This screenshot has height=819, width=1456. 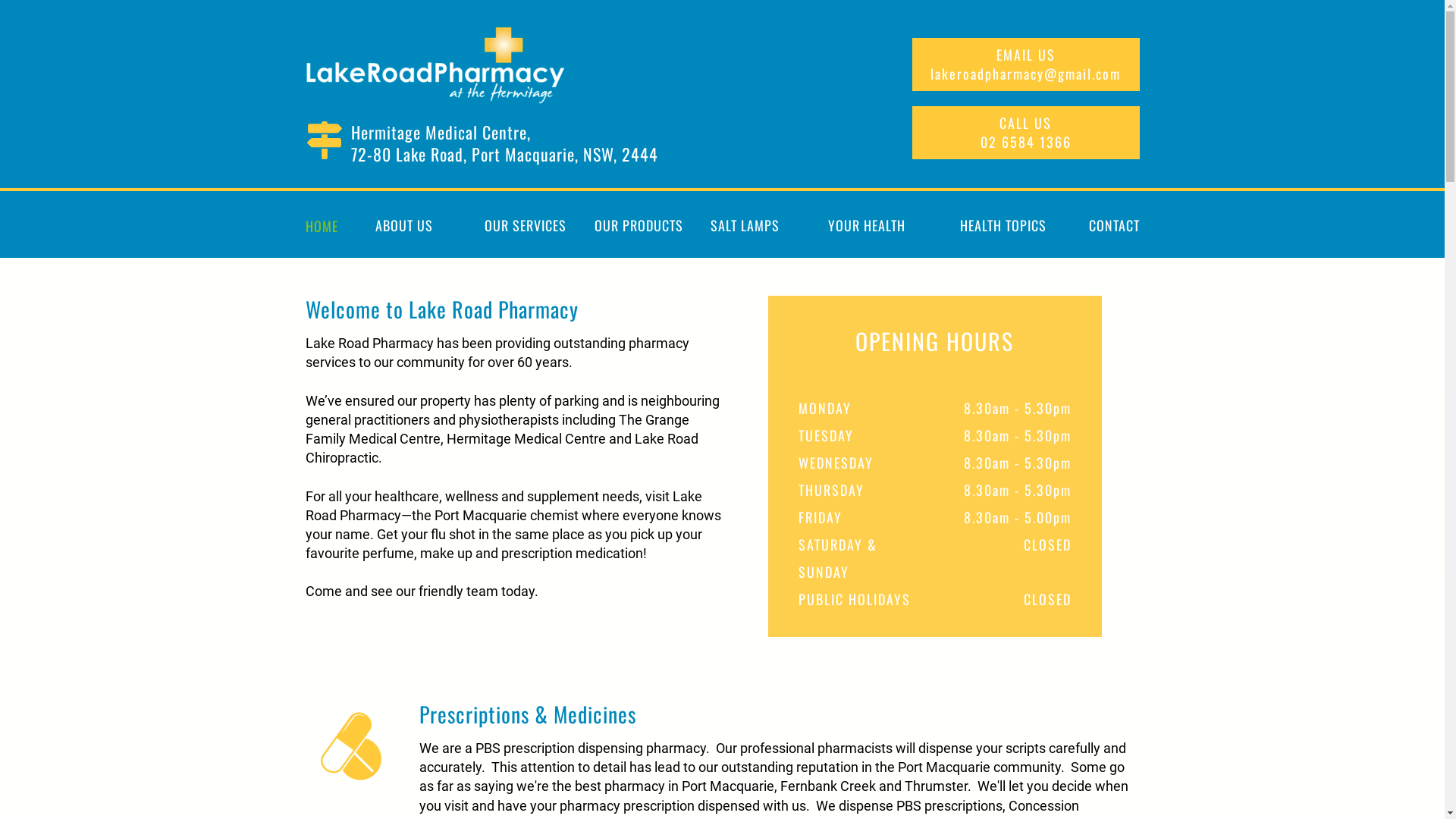 I want to click on 'EMAIL US, so click(x=1025, y=63).